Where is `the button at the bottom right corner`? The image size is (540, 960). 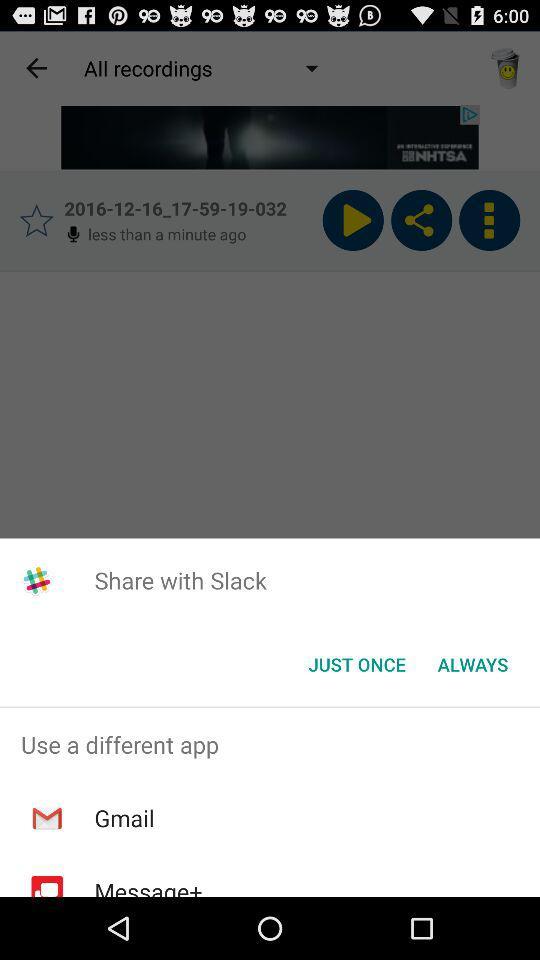 the button at the bottom right corner is located at coordinates (472, 664).